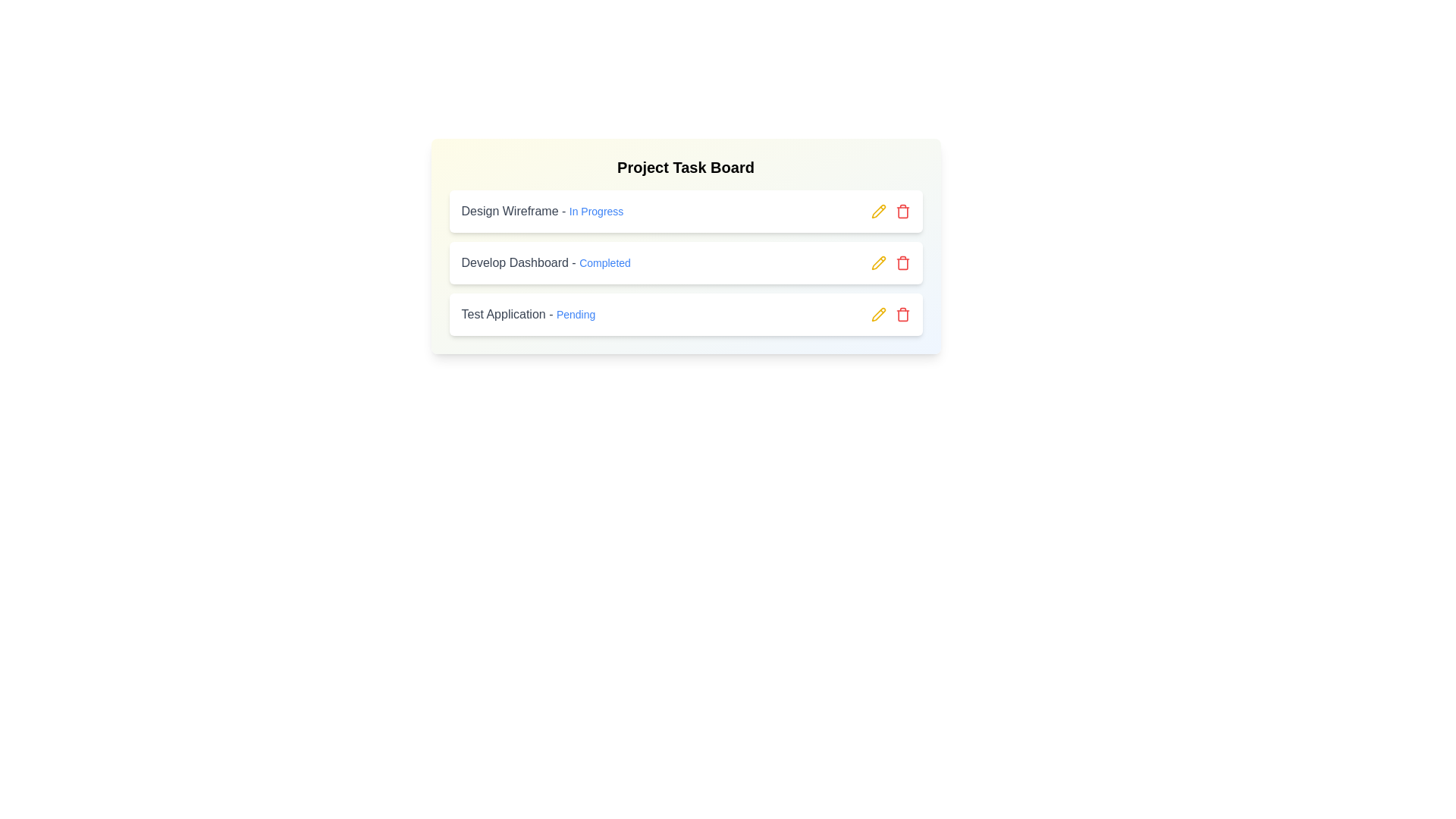 The height and width of the screenshot is (819, 1456). What do you see at coordinates (604, 262) in the screenshot?
I see `the status label of the task Develop Dashboard to highlight it` at bounding box center [604, 262].